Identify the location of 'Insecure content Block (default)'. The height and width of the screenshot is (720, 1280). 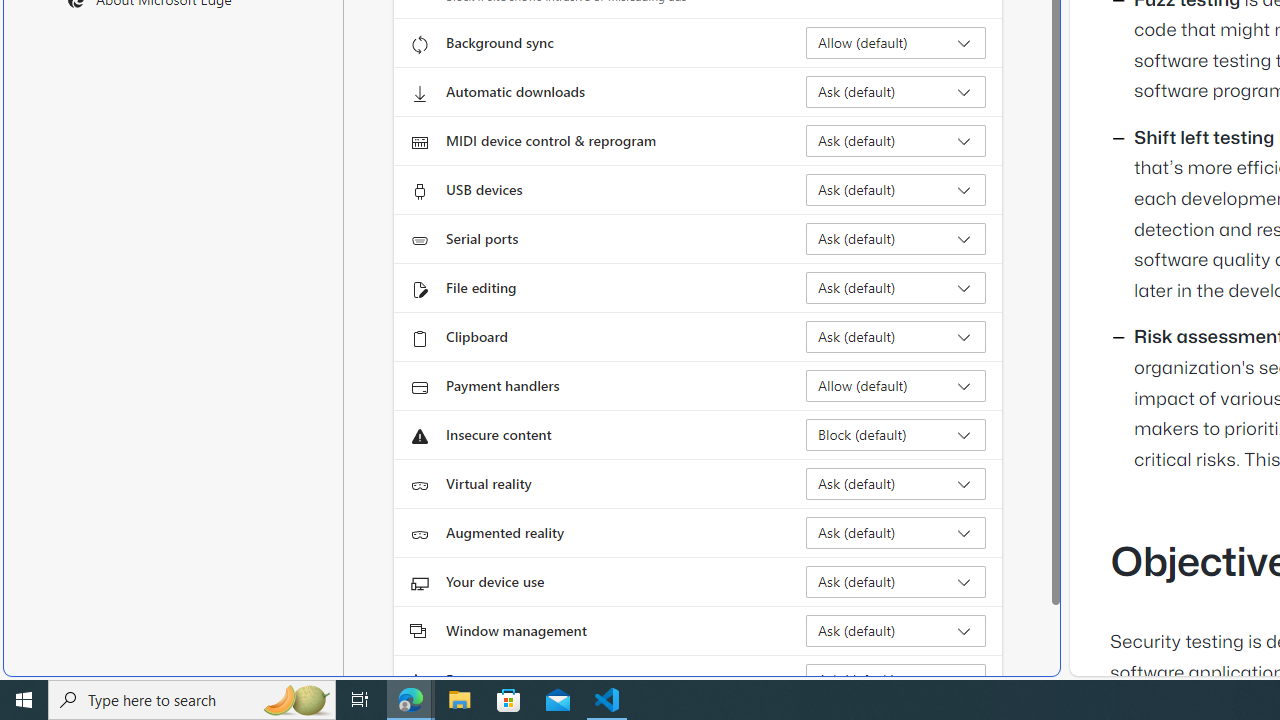
(895, 433).